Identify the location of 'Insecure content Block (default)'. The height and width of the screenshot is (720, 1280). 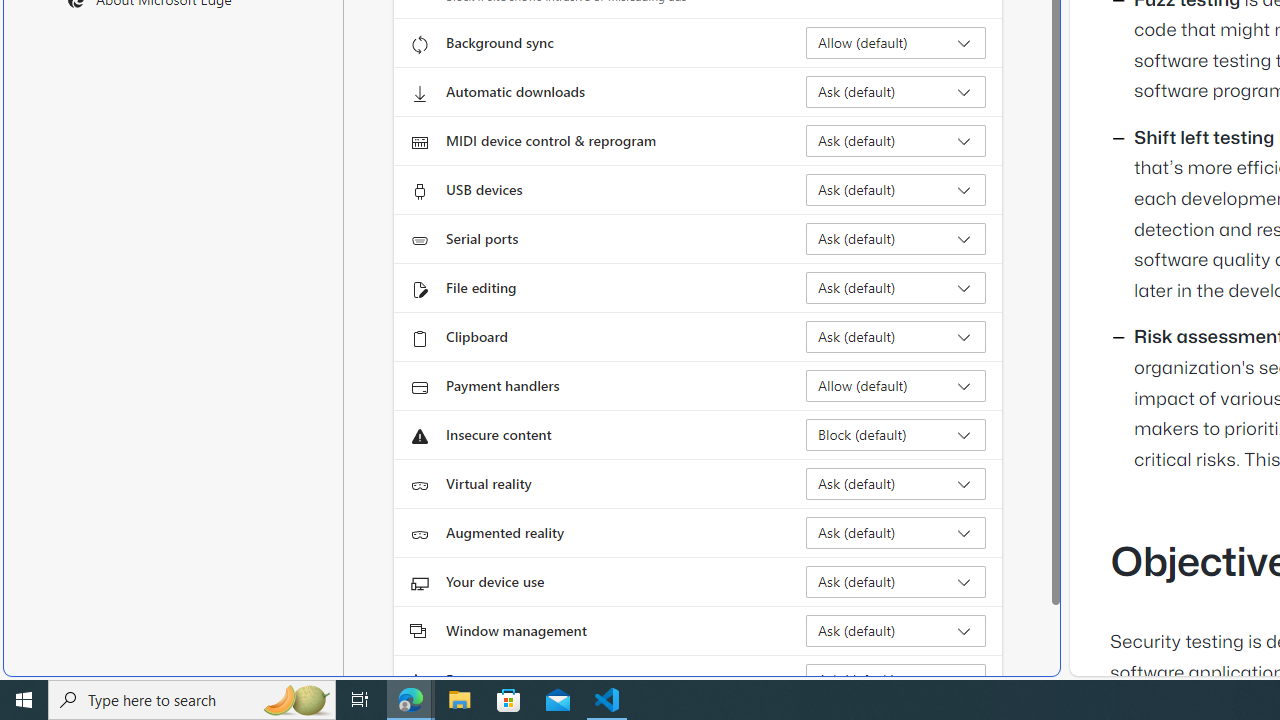
(895, 433).